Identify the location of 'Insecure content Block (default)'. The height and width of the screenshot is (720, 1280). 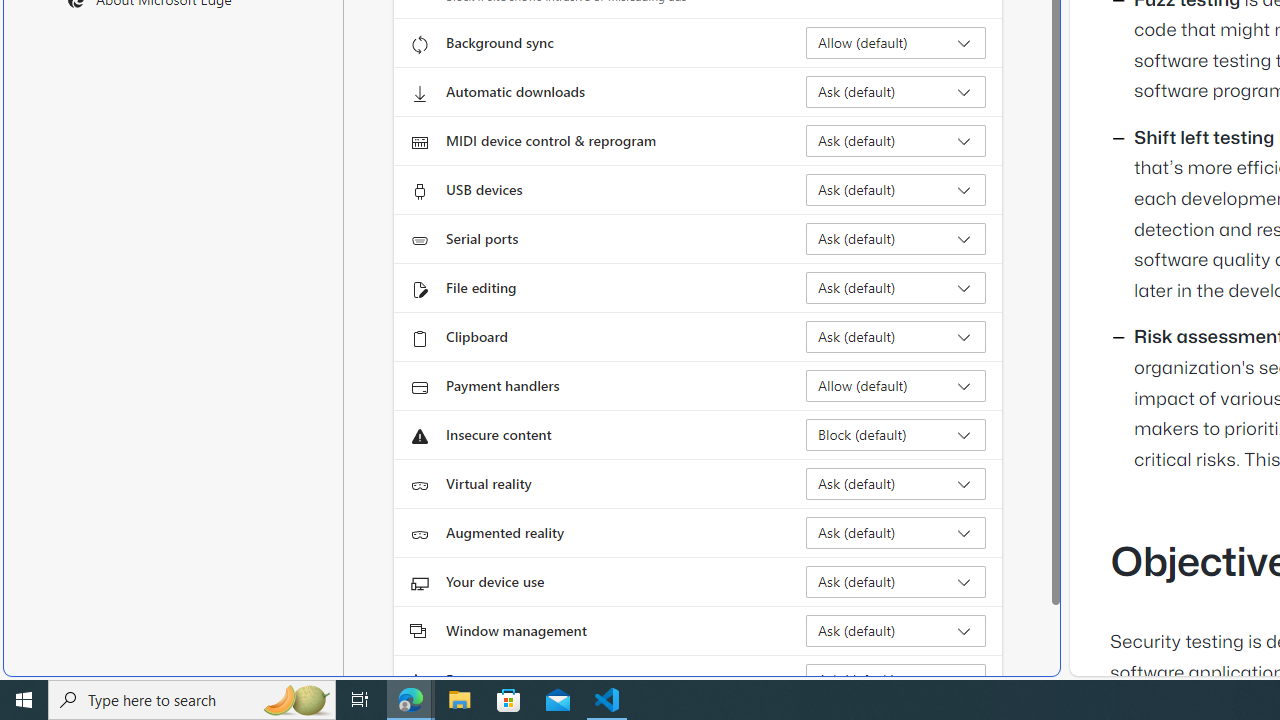
(895, 433).